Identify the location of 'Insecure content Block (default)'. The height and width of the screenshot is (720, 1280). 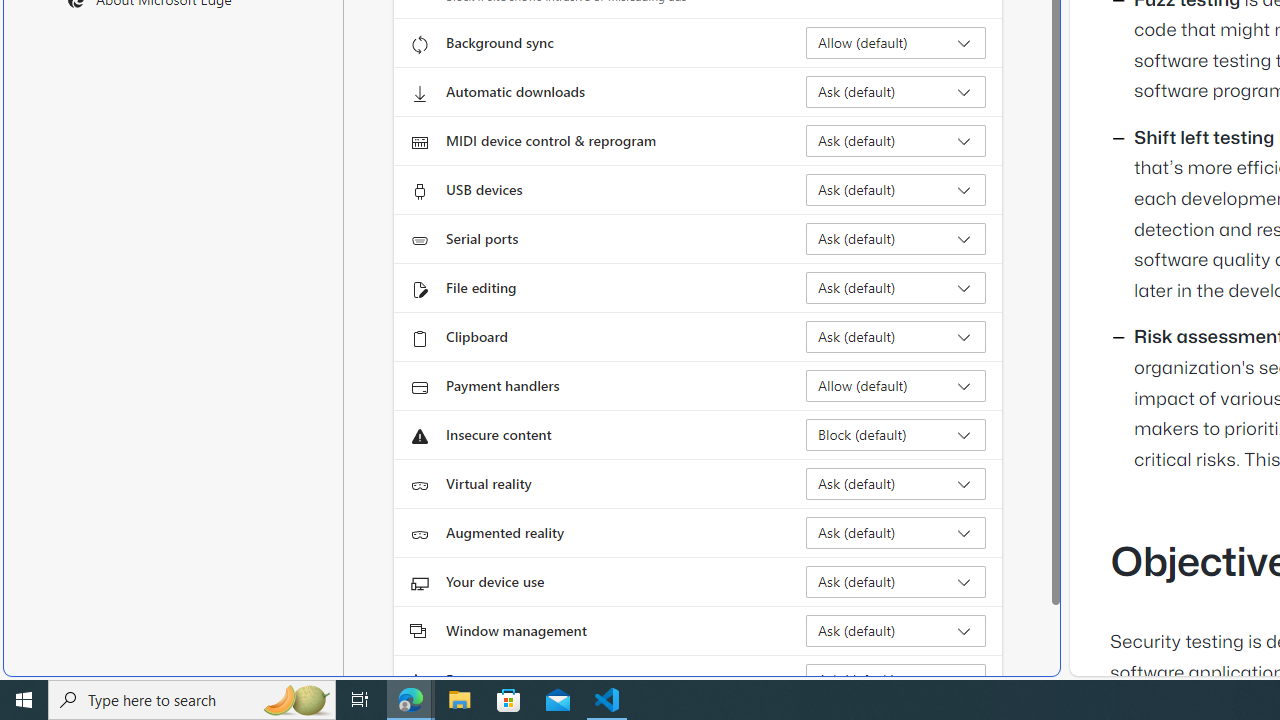
(895, 433).